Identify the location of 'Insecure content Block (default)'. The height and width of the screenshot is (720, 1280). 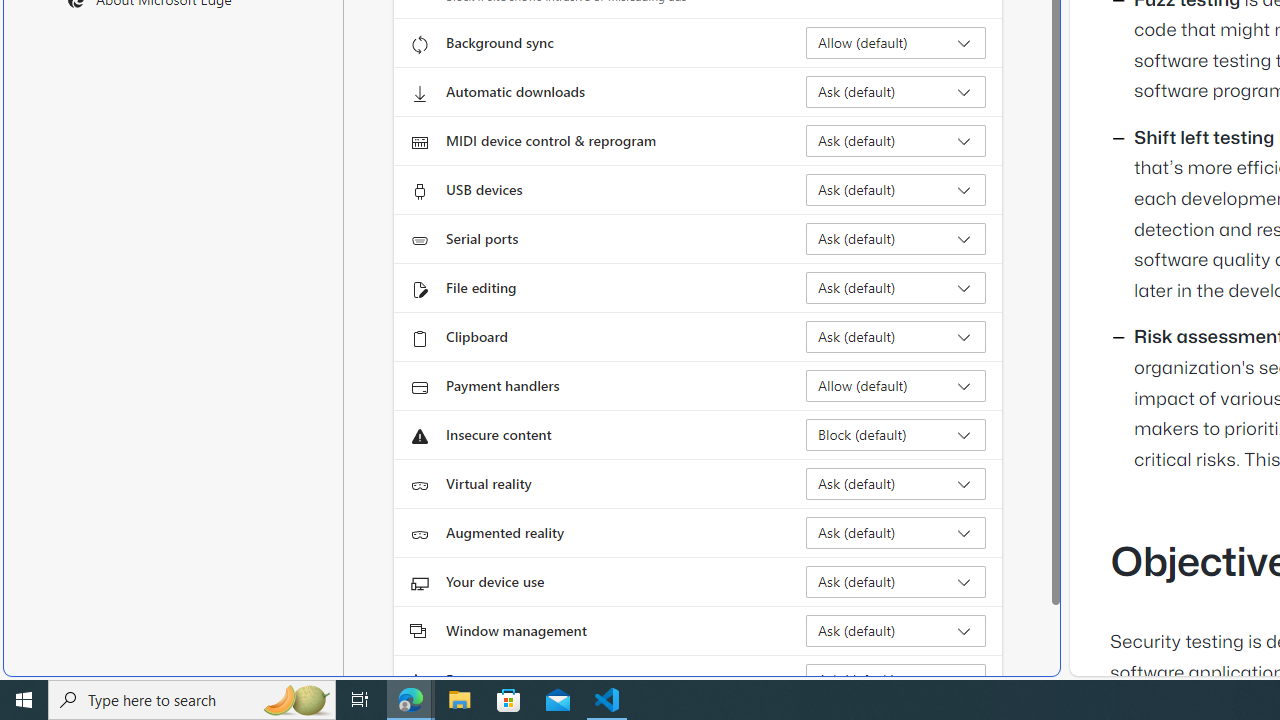
(895, 433).